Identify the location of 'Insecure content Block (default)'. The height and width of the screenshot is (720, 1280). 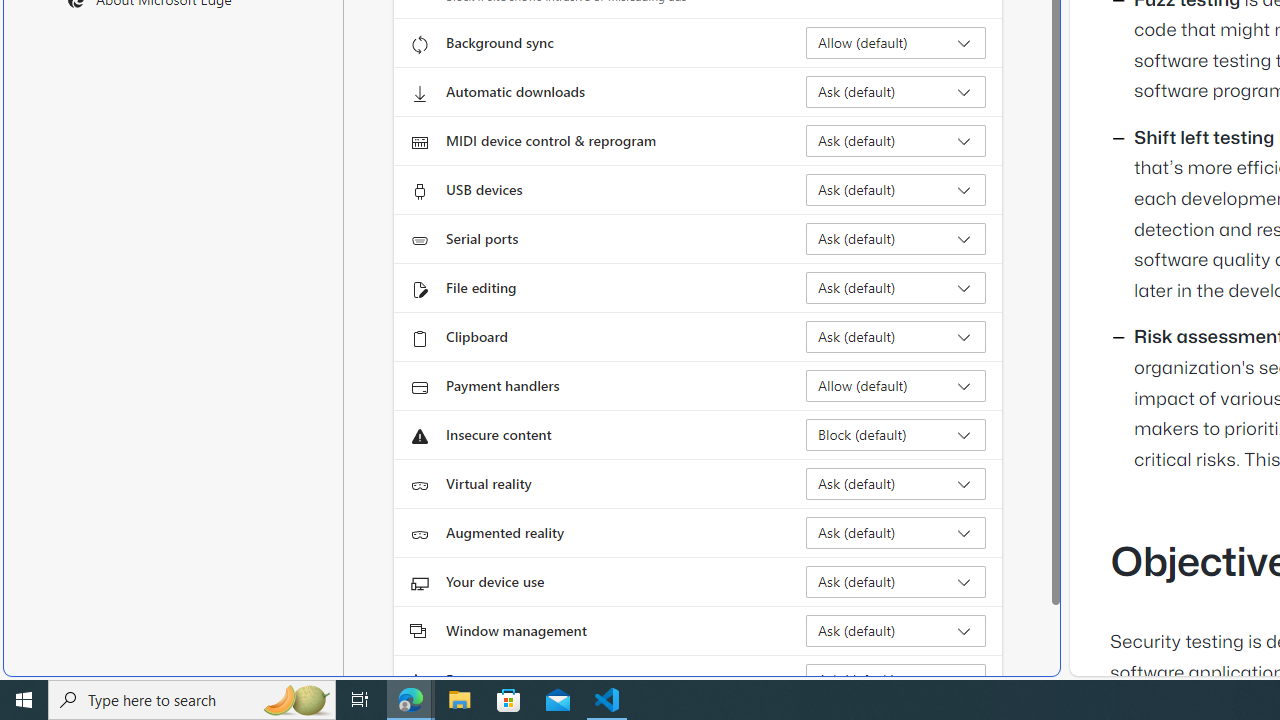
(895, 433).